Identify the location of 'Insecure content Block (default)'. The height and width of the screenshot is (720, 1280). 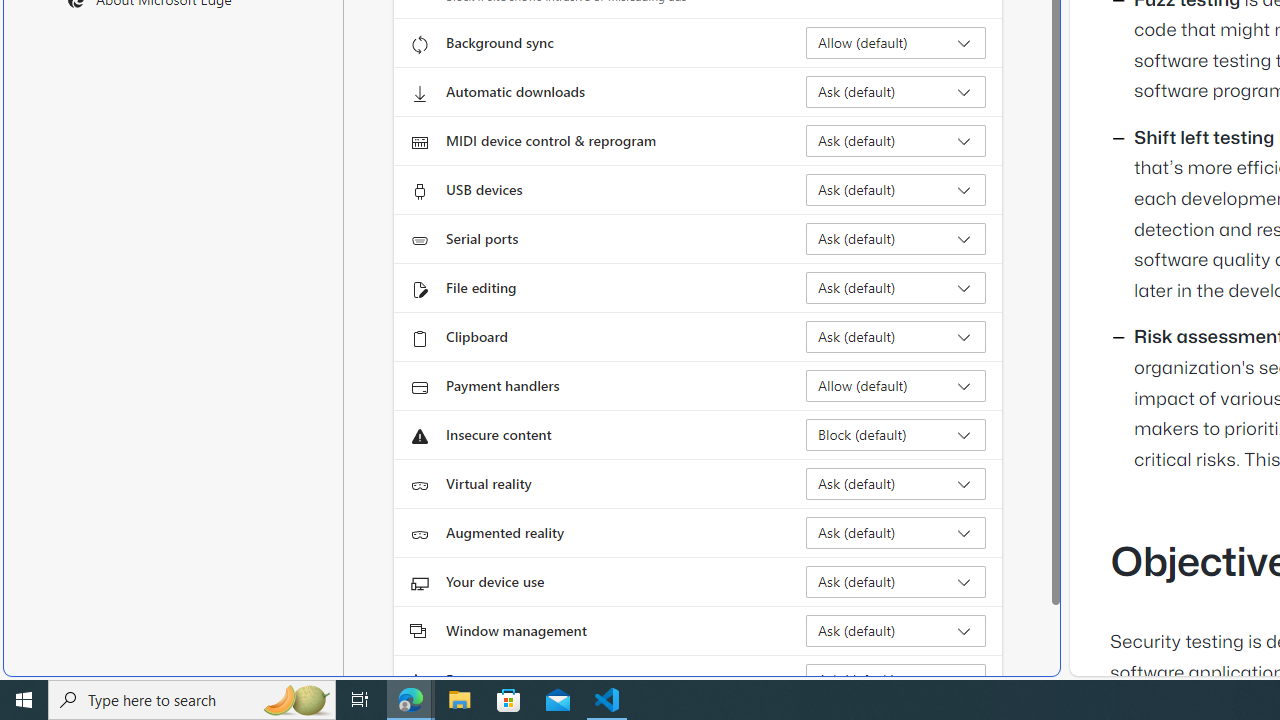
(895, 433).